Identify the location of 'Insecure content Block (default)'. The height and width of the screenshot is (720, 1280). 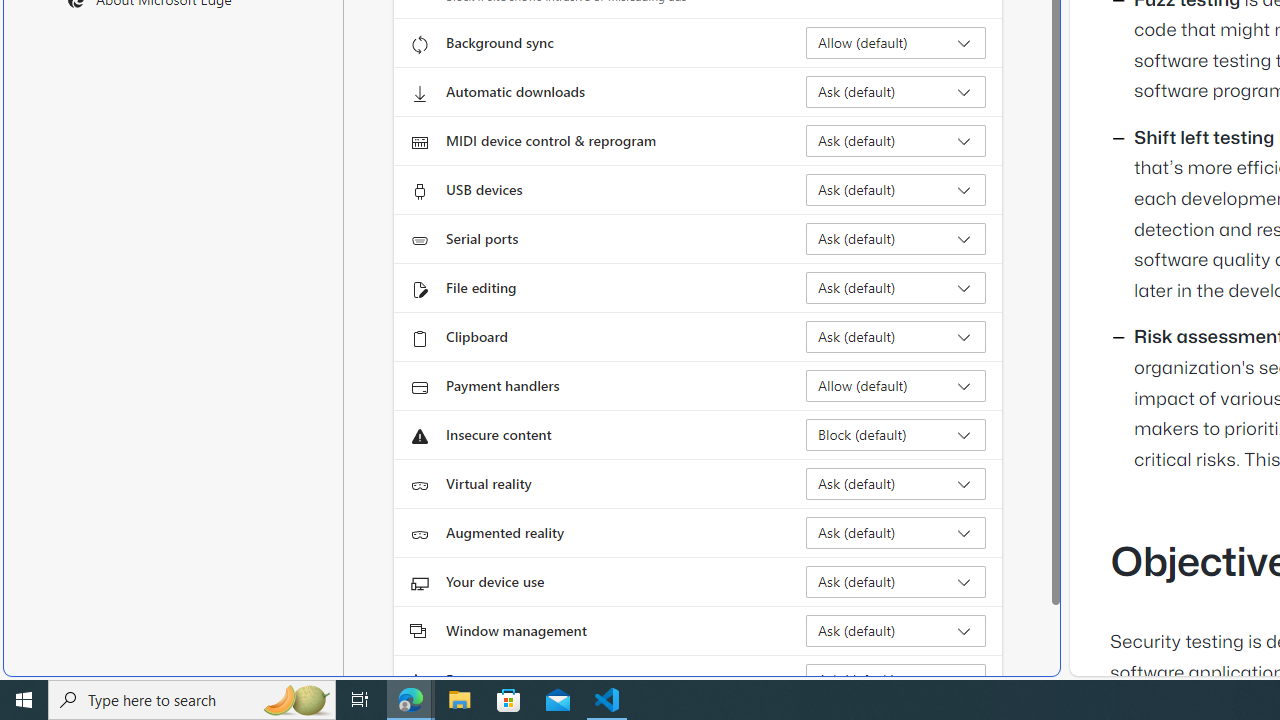
(895, 433).